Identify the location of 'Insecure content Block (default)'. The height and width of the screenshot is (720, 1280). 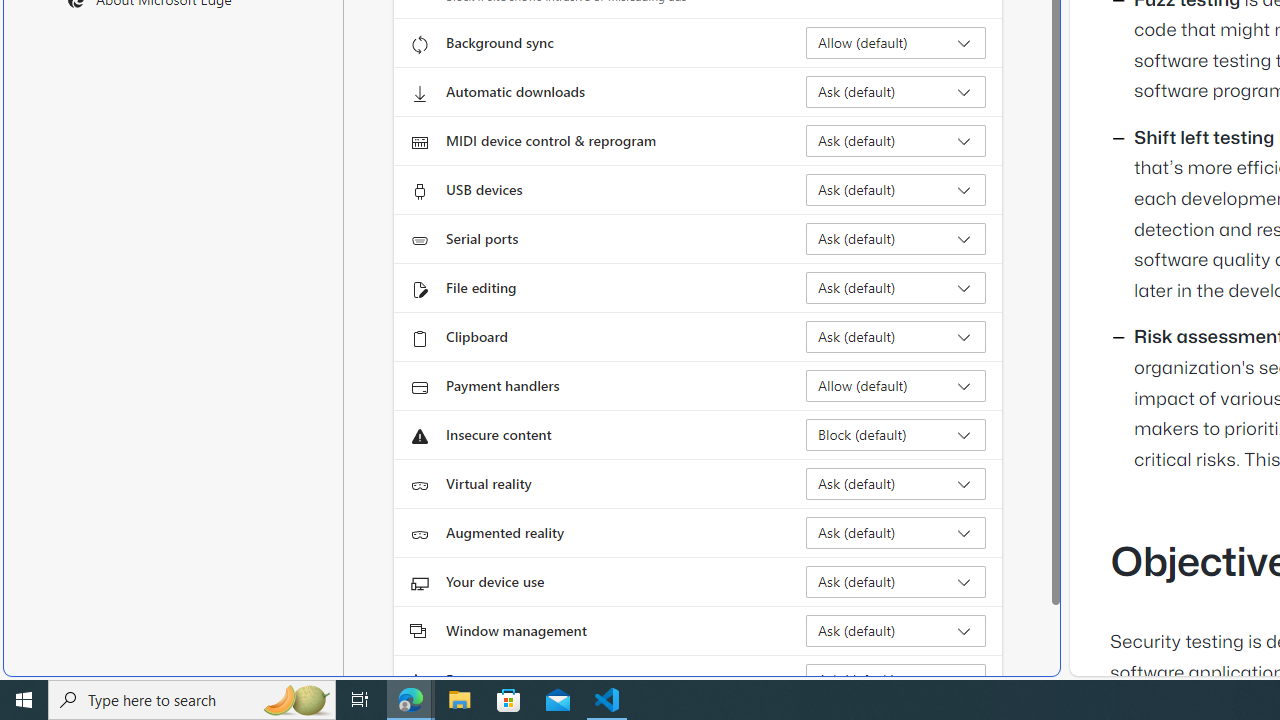
(895, 433).